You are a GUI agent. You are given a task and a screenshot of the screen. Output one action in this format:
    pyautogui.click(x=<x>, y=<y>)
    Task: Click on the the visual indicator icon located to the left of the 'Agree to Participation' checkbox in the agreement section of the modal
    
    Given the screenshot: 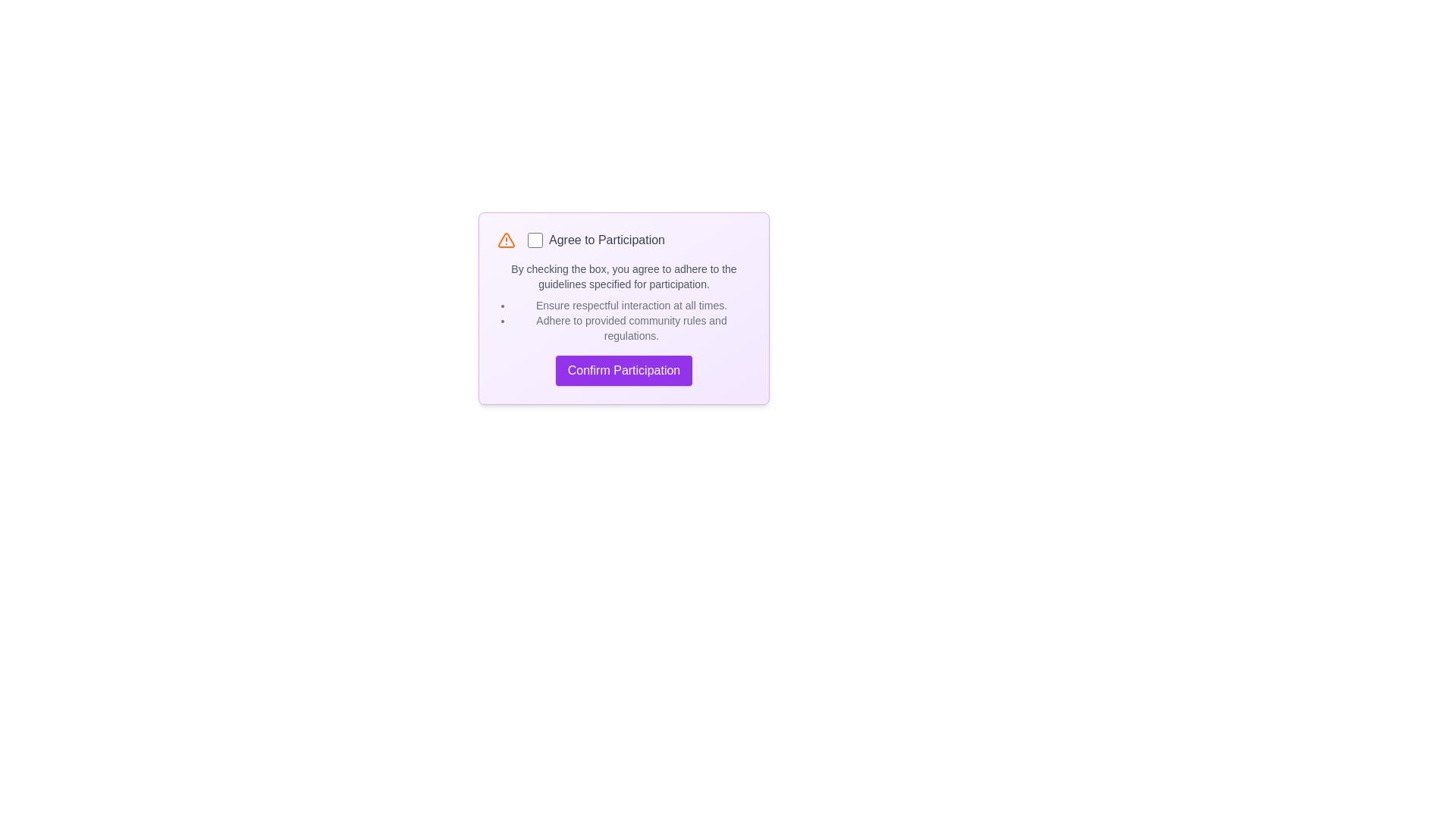 What is the action you would take?
    pyautogui.click(x=506, y=239)
    